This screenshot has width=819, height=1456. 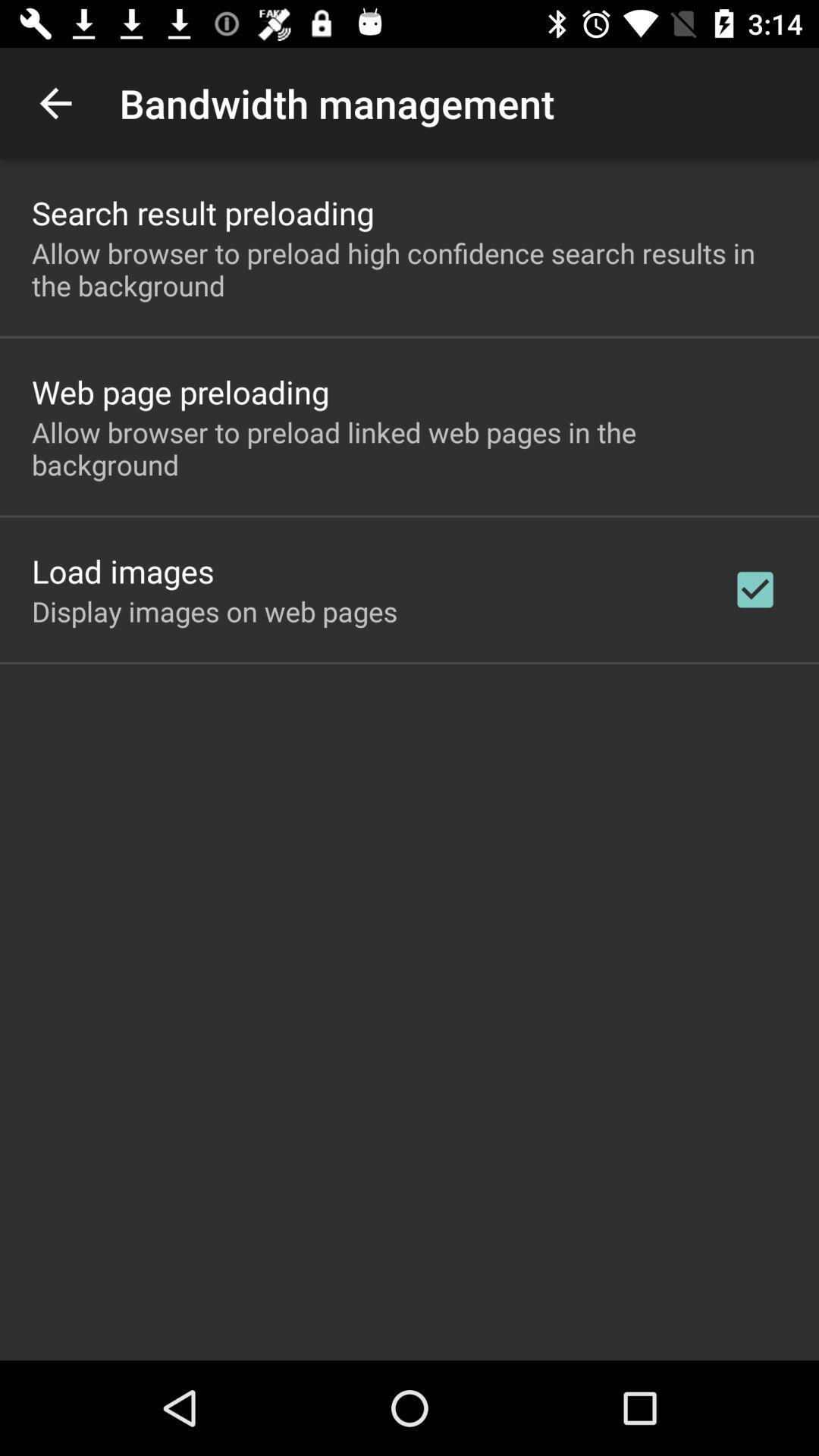 What do you see at coordinates (122, 570) in the screenshot?
I see `app below the allow browser to` at bounding box center [122, 570].